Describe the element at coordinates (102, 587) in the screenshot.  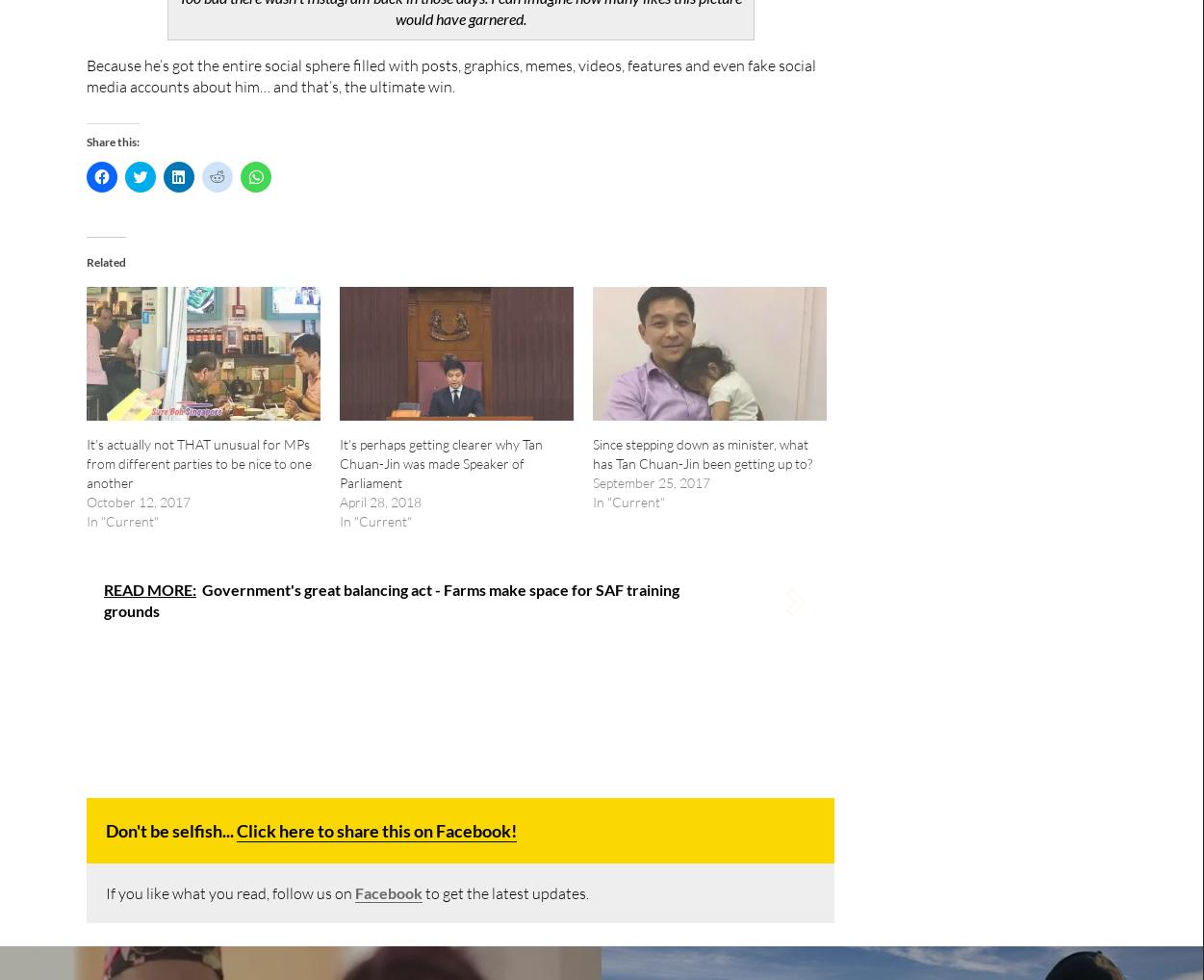
I see `'READ MORE:'` at that location.